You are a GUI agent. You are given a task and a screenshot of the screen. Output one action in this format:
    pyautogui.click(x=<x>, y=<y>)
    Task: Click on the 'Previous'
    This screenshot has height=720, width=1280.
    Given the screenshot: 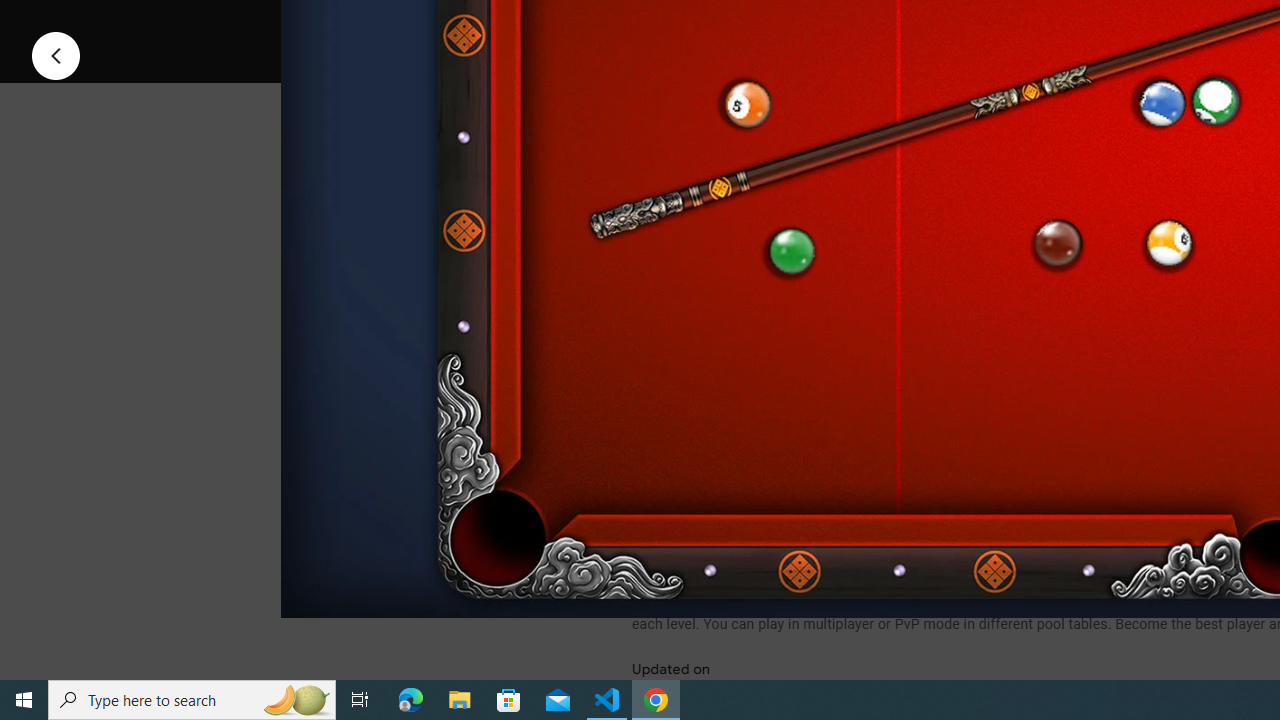 What is the action you would take?
    pyautogui.click(x=55, y=54)
    